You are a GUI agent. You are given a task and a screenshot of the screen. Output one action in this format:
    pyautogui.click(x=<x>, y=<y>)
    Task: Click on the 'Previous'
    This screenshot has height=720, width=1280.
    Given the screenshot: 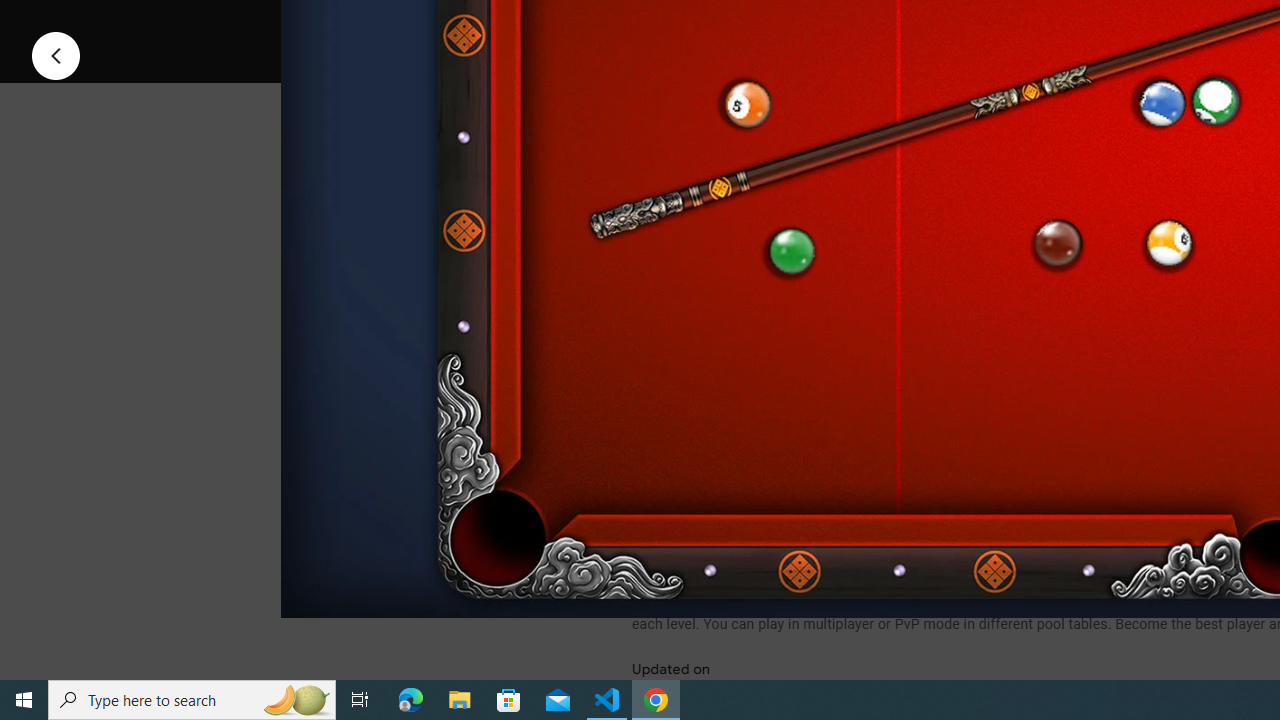 What is the action you would take?
    pyautogui.click(x=55, y=54)
    